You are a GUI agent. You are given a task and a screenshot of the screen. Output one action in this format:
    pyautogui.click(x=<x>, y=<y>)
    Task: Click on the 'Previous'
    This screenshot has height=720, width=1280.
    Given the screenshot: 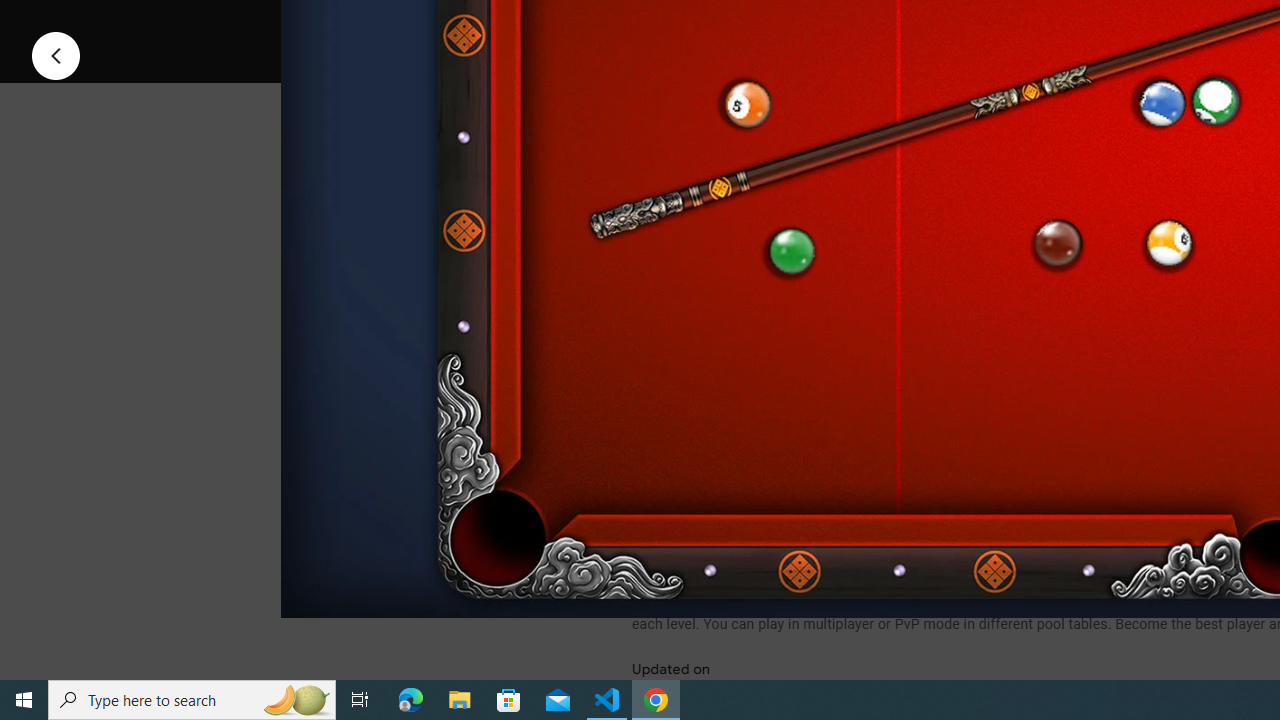 What is the action you would take?
    pyautogui.click(x=55, y=54)
    